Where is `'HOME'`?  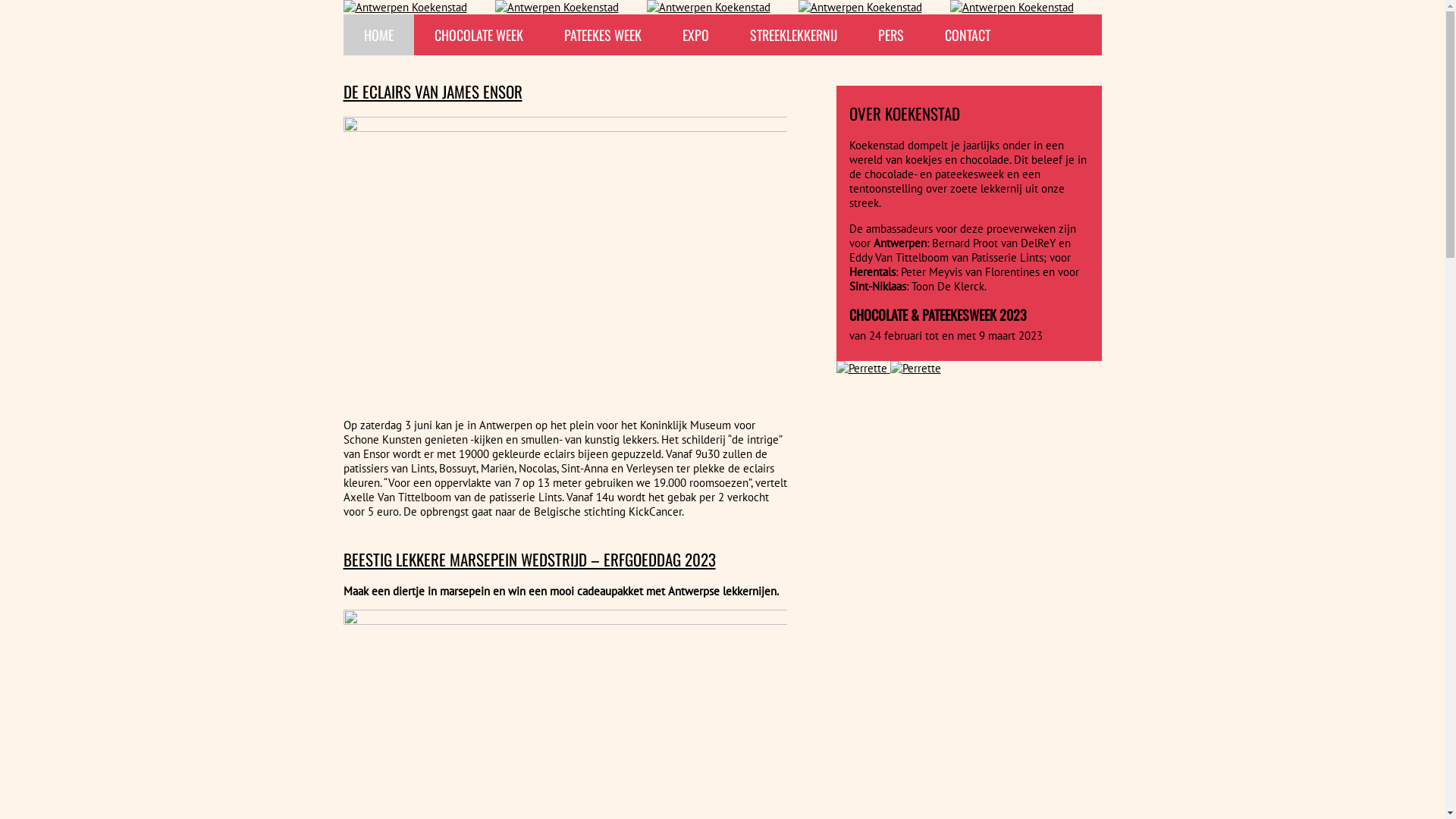
'HOME' is located at coordinates (378, 34).